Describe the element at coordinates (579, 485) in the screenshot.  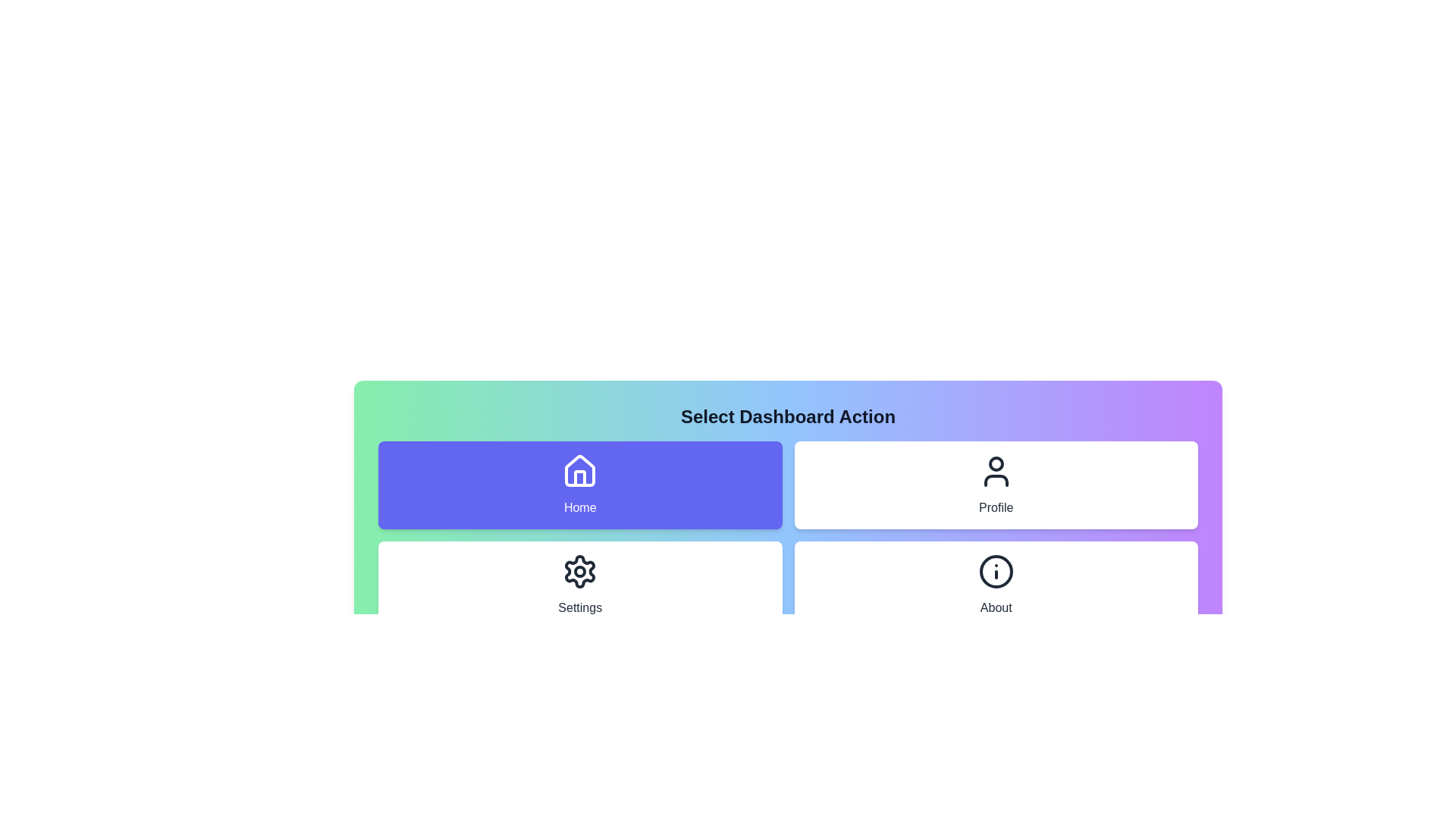
I see `the Home button to select the corresponding dashboard action` at that location.